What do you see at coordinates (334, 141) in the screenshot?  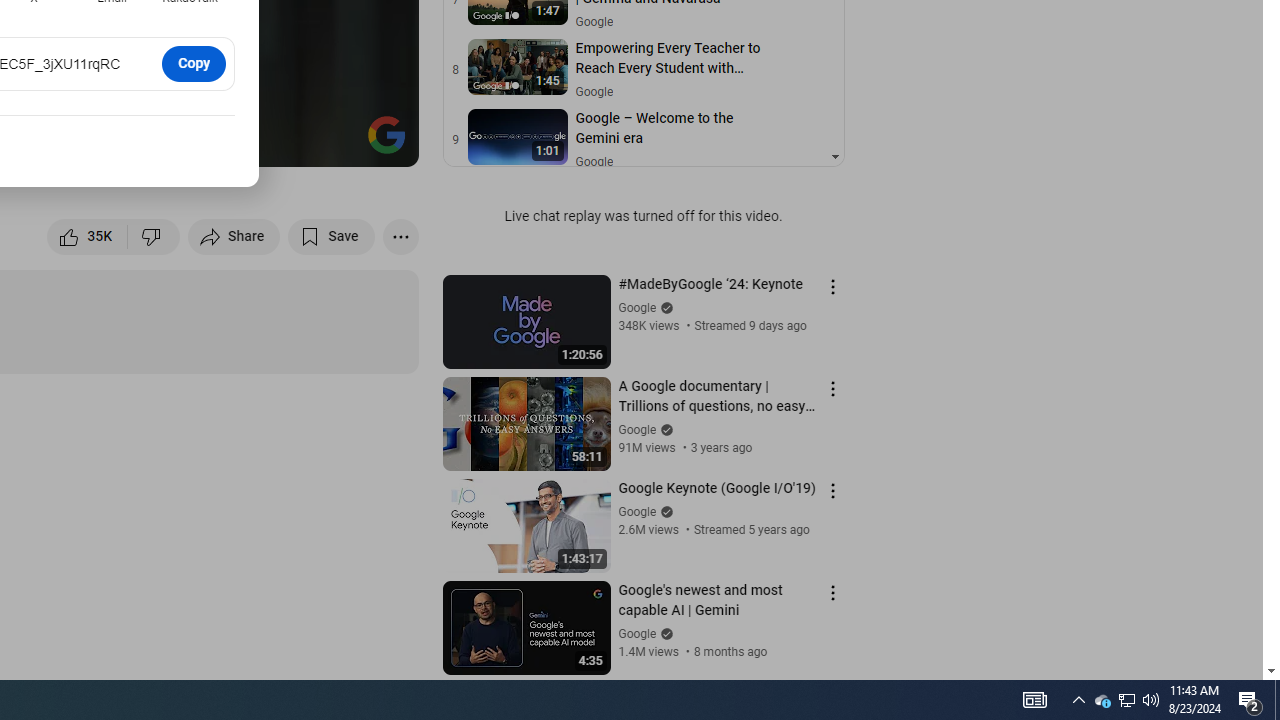 I see `'Theater mode (t)'` at bounding box center [334, 141].